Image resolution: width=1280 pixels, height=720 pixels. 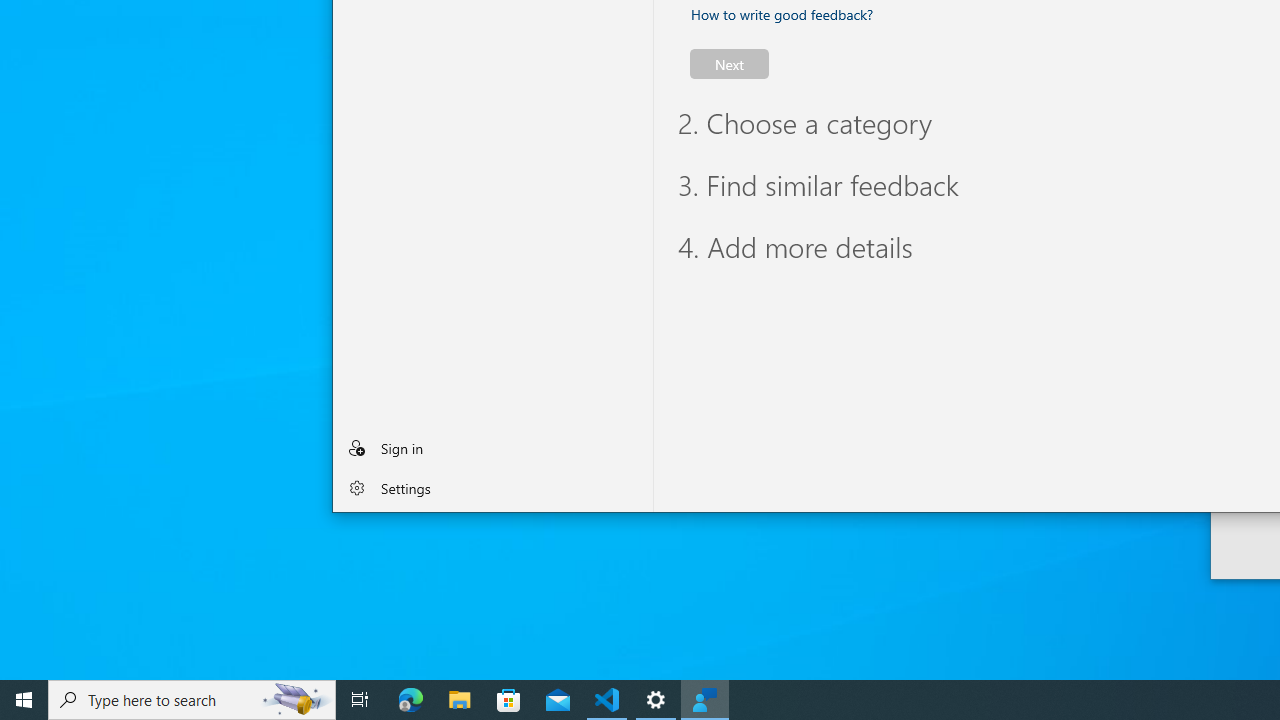 I want to click on 'Search highlights icon opens search home window', so click(x=294, y=698).